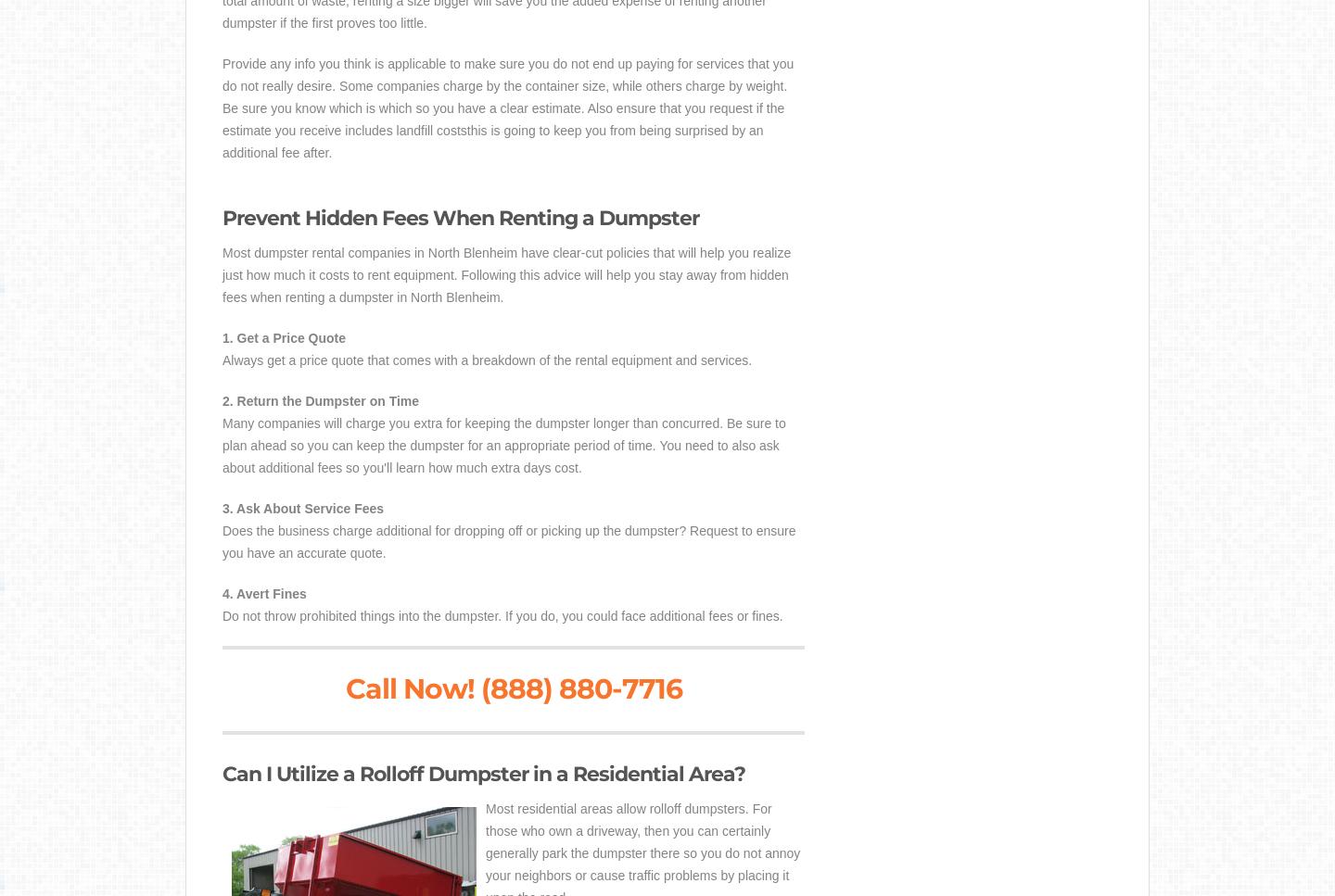 Image resolution: width=1335 pixels, height=896 pixels. What do you see at coordinates (503, 445) in the screenshot?
I see `'Many companies will charge you extra for keeping the dumpster longer than concurred. Be sure to plan ahead so you can keep the dumpster for an appropriate period of time. You need to also ask about additional fees so you'll learn how much extra days cost.'` at bounding box center [503, 445].